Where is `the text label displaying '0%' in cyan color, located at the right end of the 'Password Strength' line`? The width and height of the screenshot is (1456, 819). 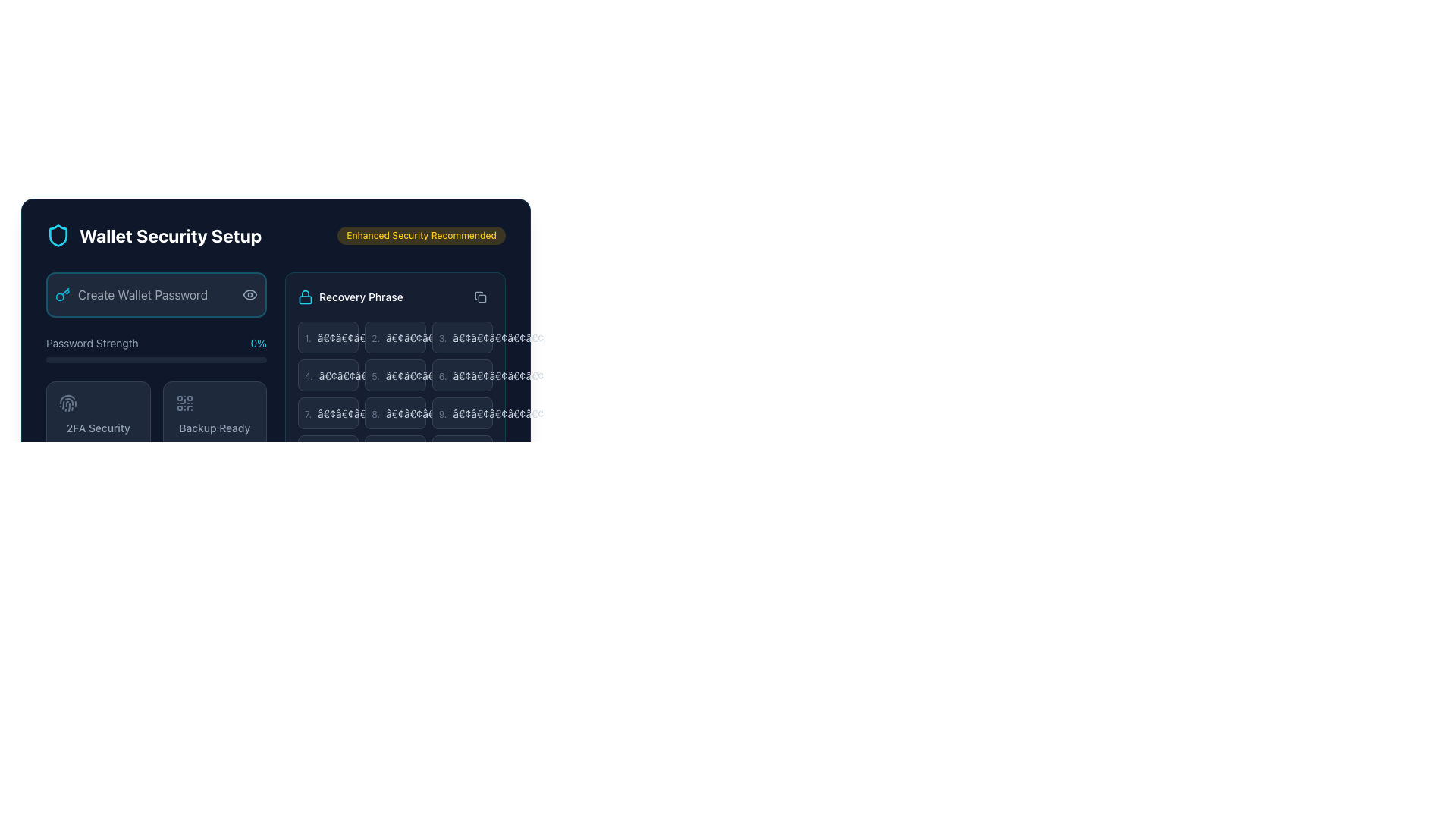 the text label displaying '0%' in cyan color, located at the right end of the 'Password Strength' line is located at coordinates (259, 343).